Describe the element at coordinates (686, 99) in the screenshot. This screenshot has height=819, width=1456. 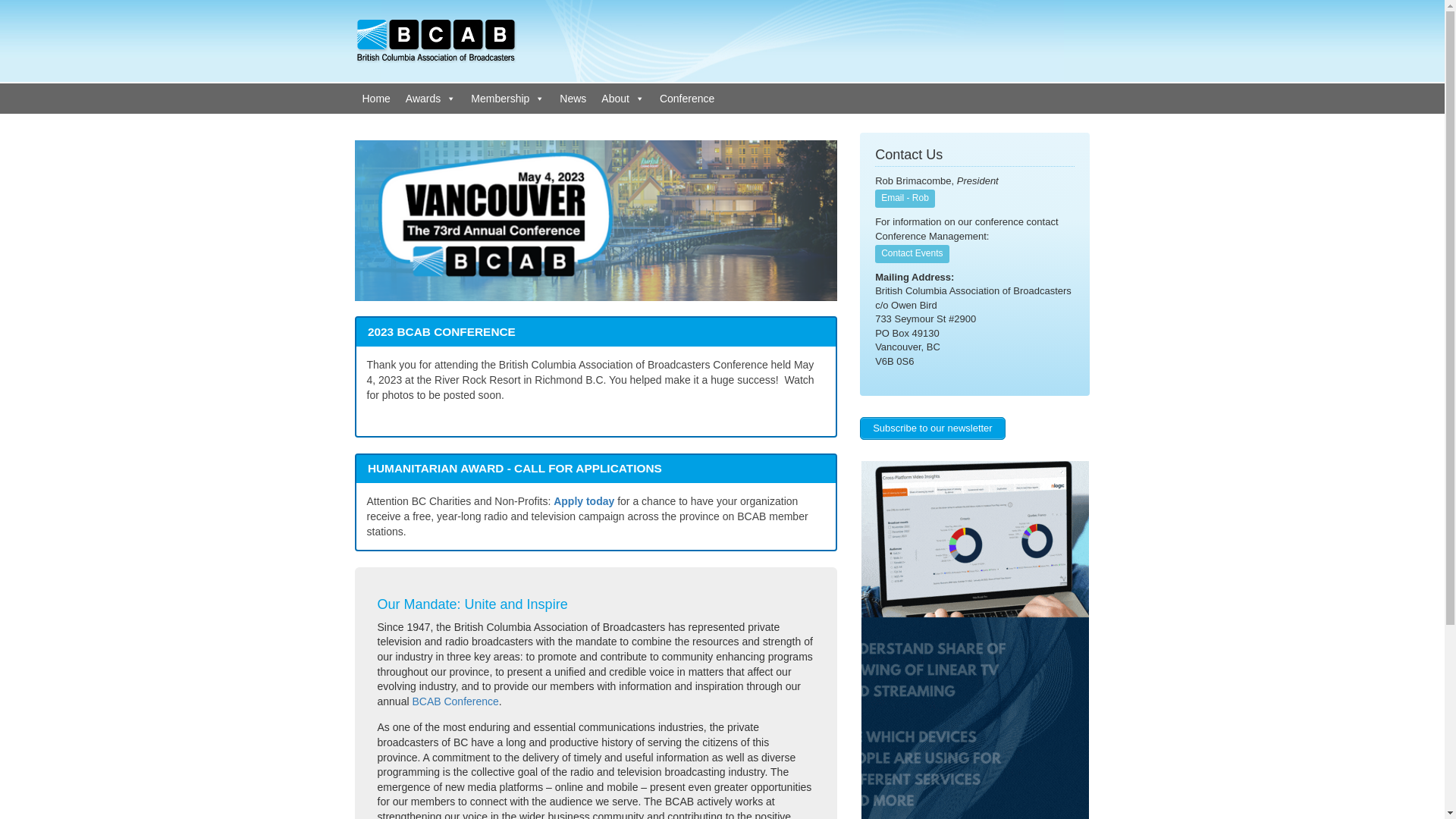
I see `'Conference'` at that location.